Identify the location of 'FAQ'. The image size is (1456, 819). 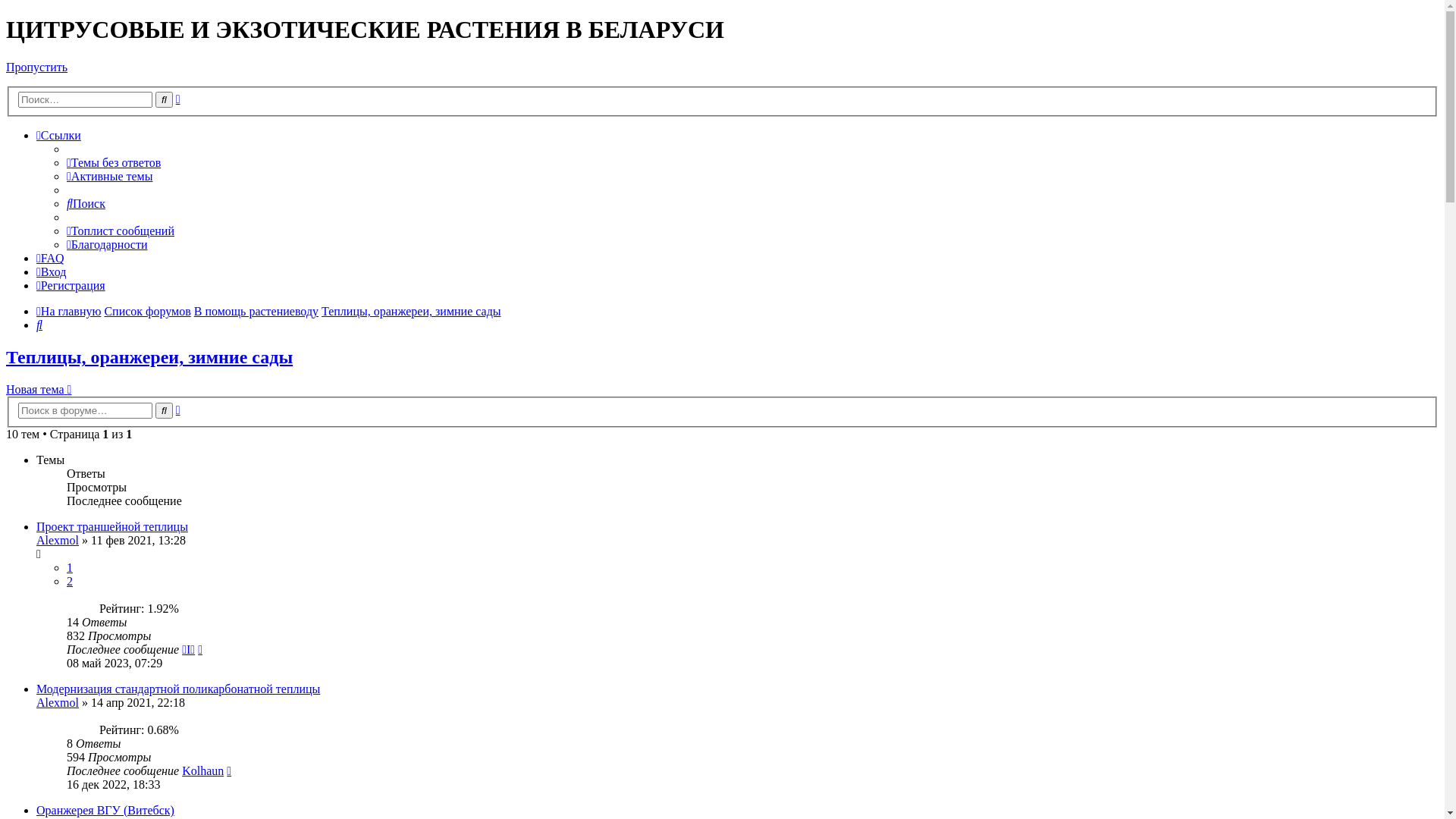
(50, 257).